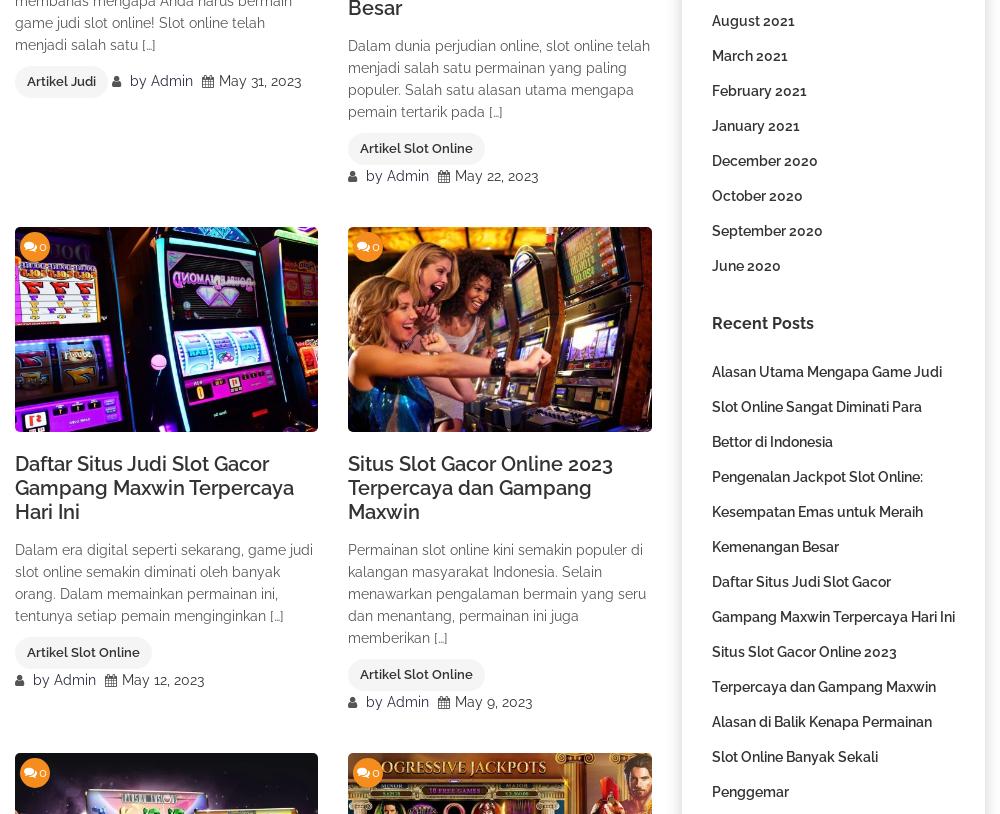 Image resolution: width=1000 pixels, height=814 pixels. Describe the element at coordinates (163, 680) in the screenshot. I see `'May 12, 2023'` at that location.